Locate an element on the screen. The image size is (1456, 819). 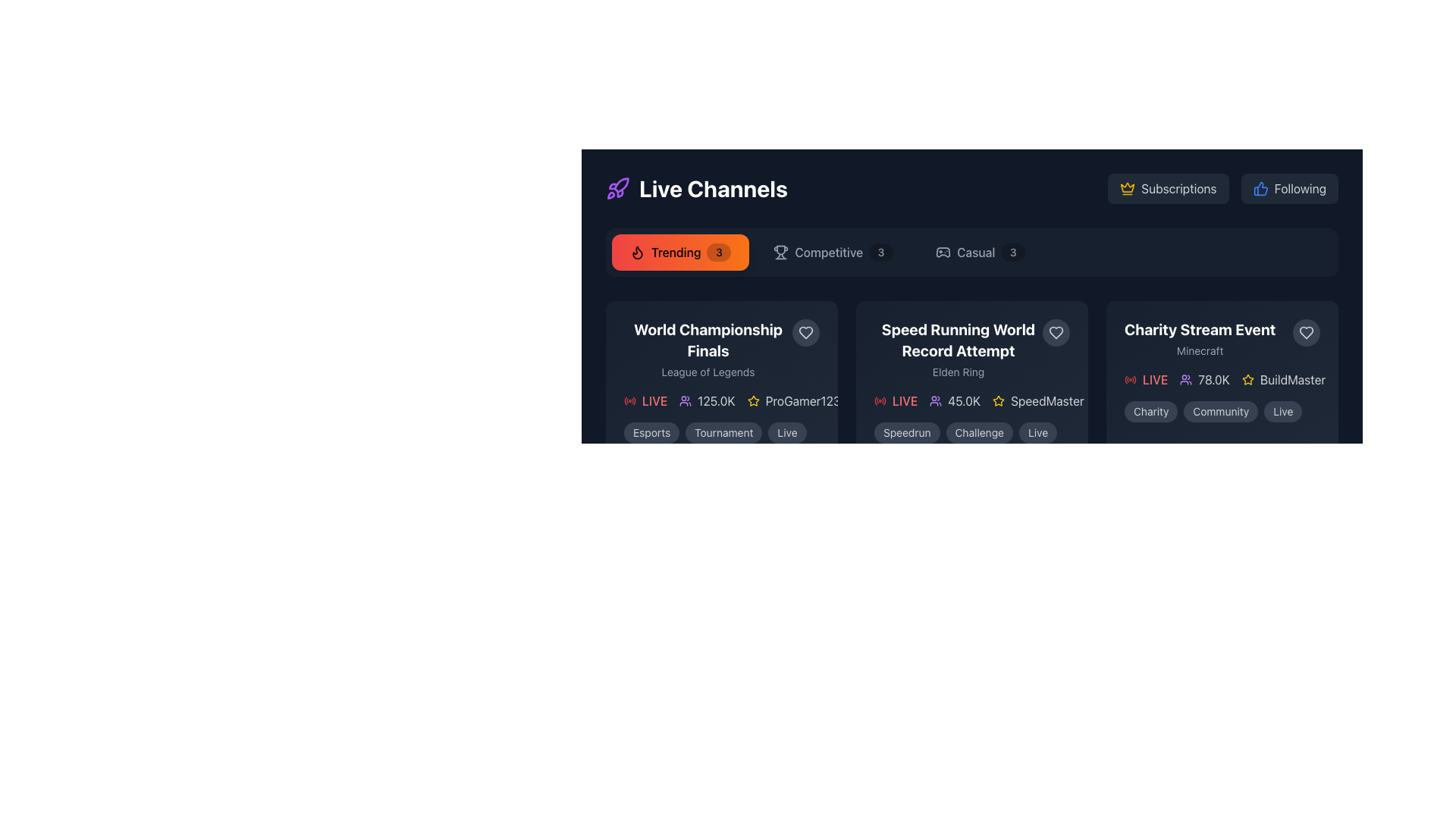
the viewer count icon located to the left of the numeric data '78.0K' is located at coordinates (1185, 379).